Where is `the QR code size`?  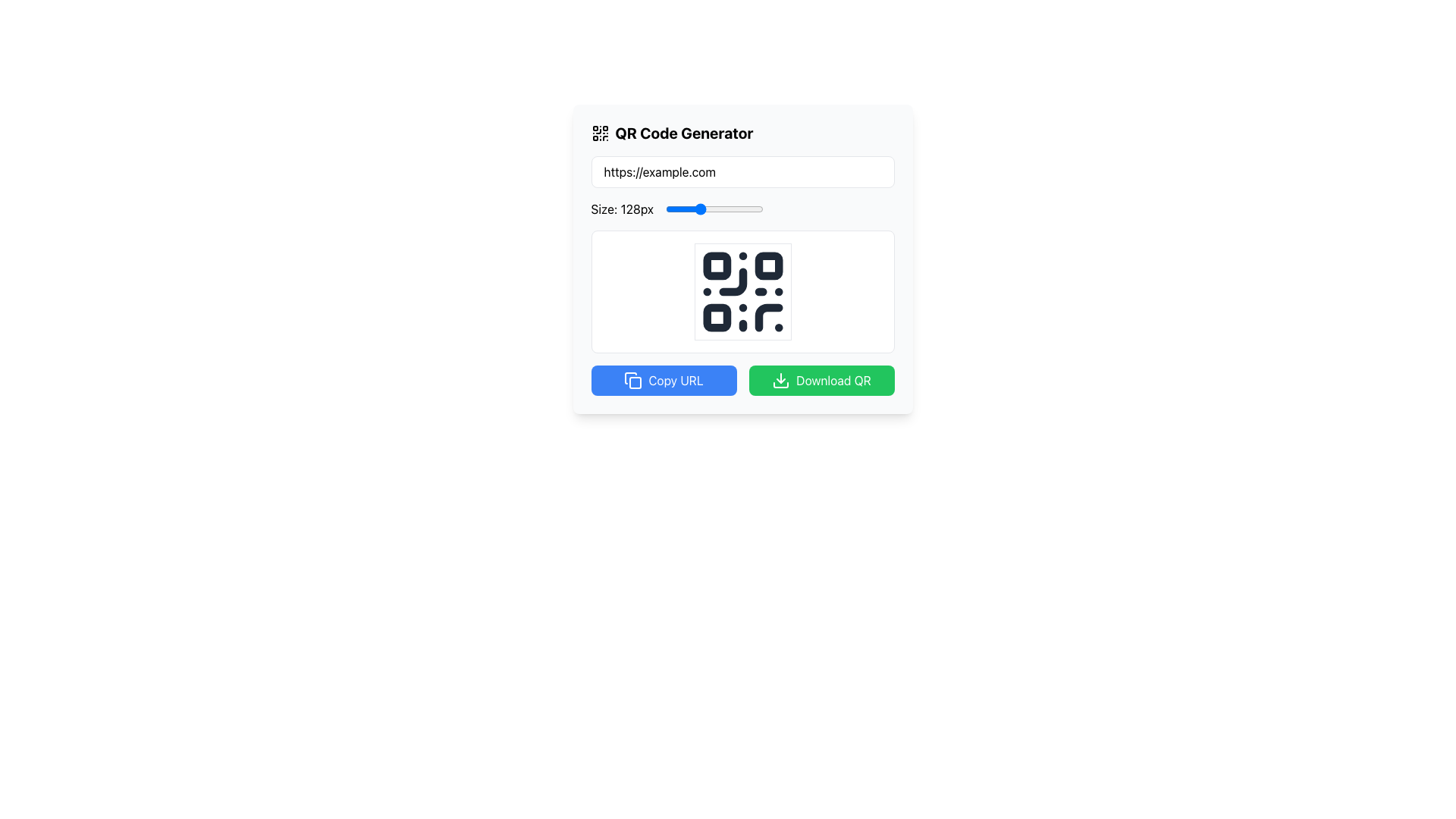 the QR code size is located at coordinates (722, 209).